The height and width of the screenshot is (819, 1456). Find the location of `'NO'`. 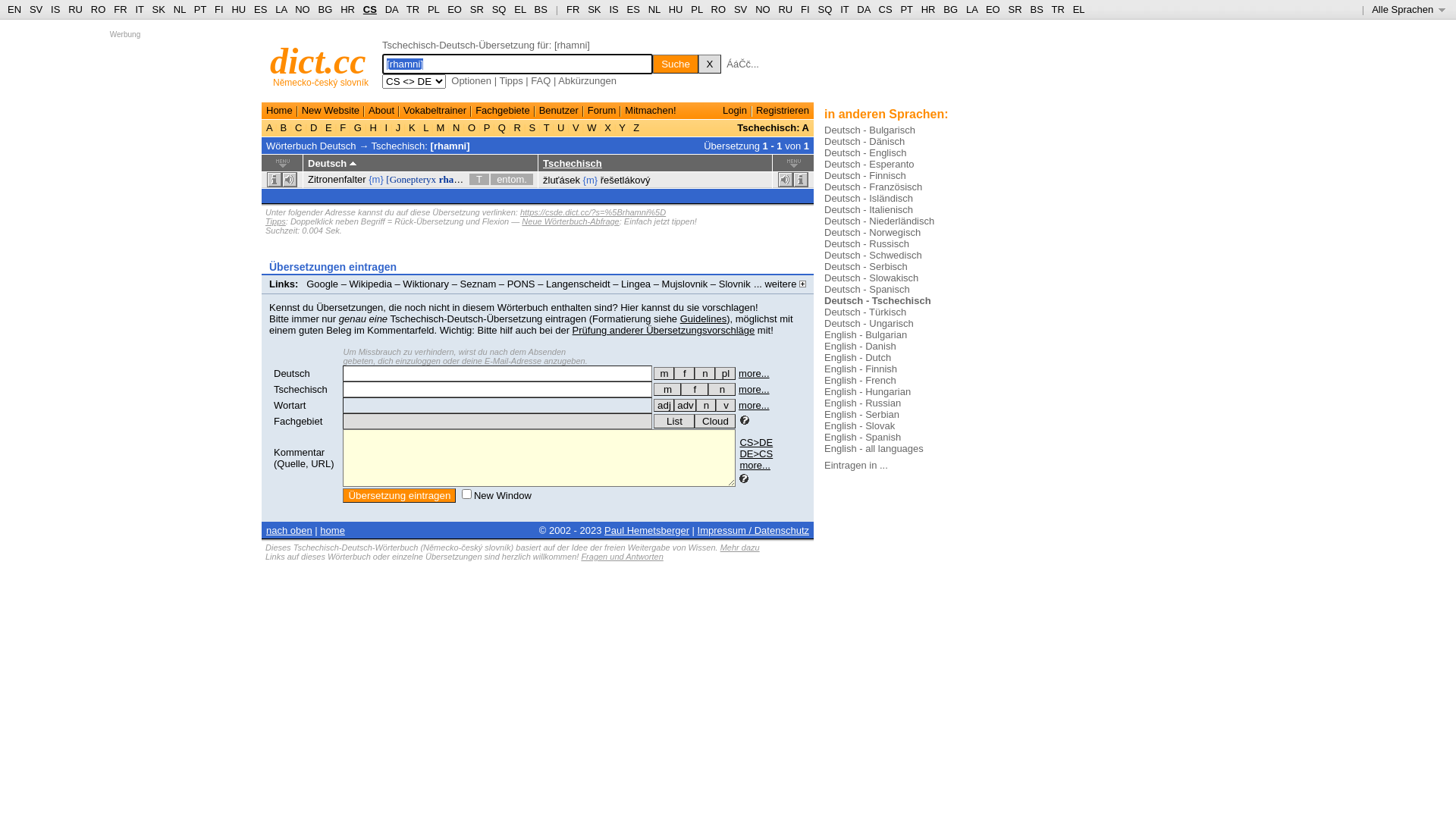

'NO' is located at coordinates (302, 9).